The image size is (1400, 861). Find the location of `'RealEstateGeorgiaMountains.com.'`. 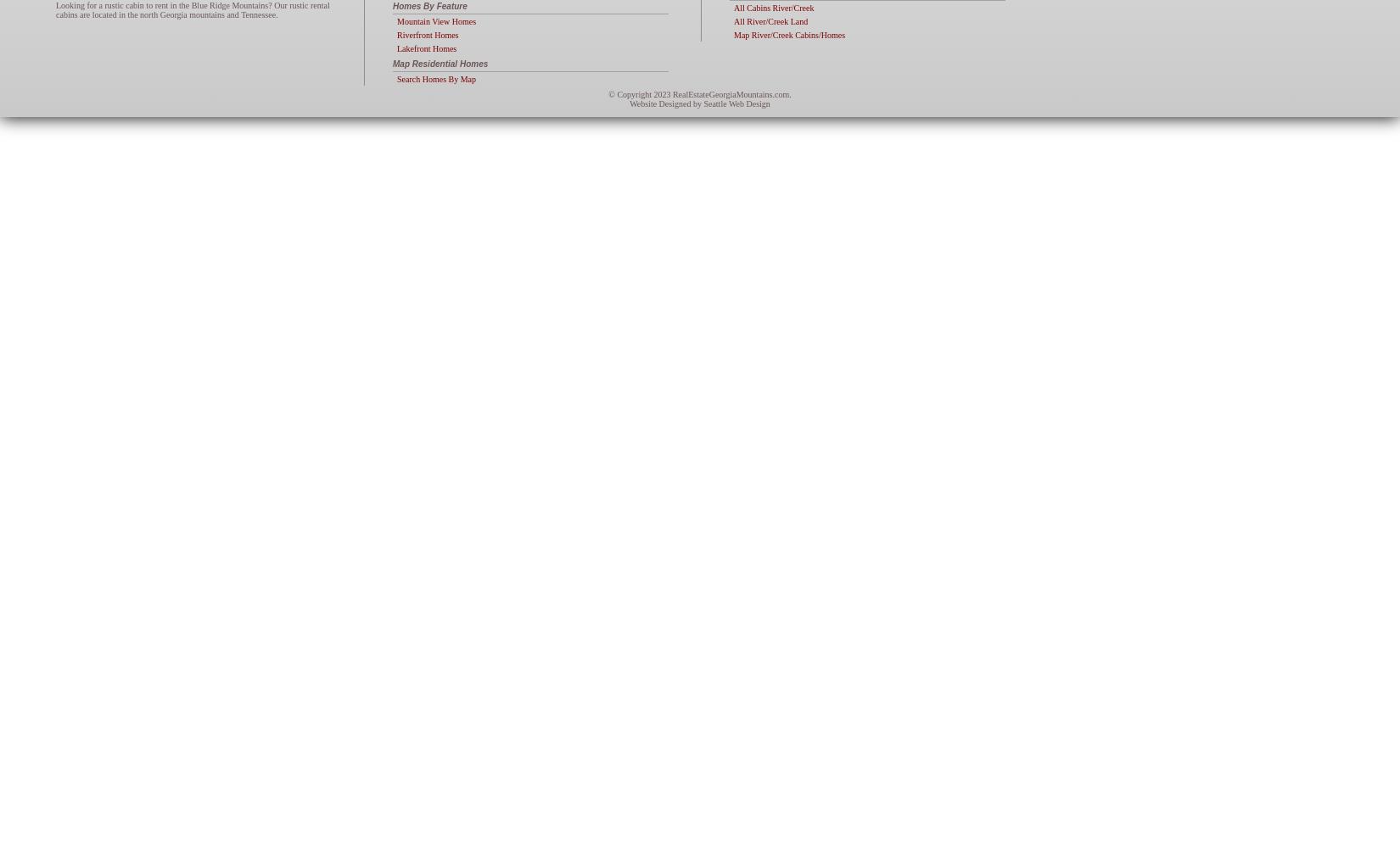

'RealEstateGeorgiaMountains.com.' is located at coordinates (669, 93).